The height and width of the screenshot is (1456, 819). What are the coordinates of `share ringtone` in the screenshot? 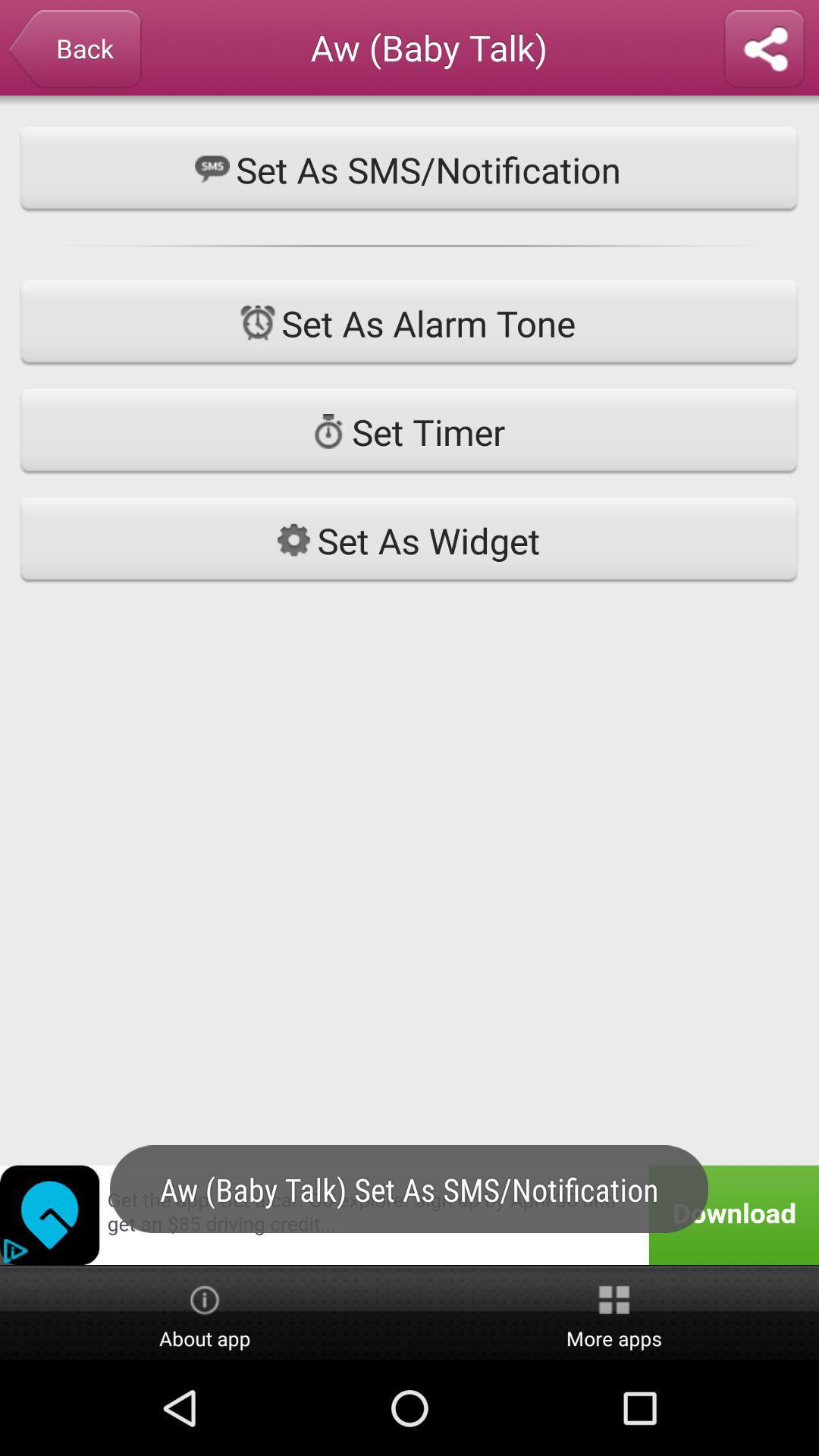 It's located at (764, 50).